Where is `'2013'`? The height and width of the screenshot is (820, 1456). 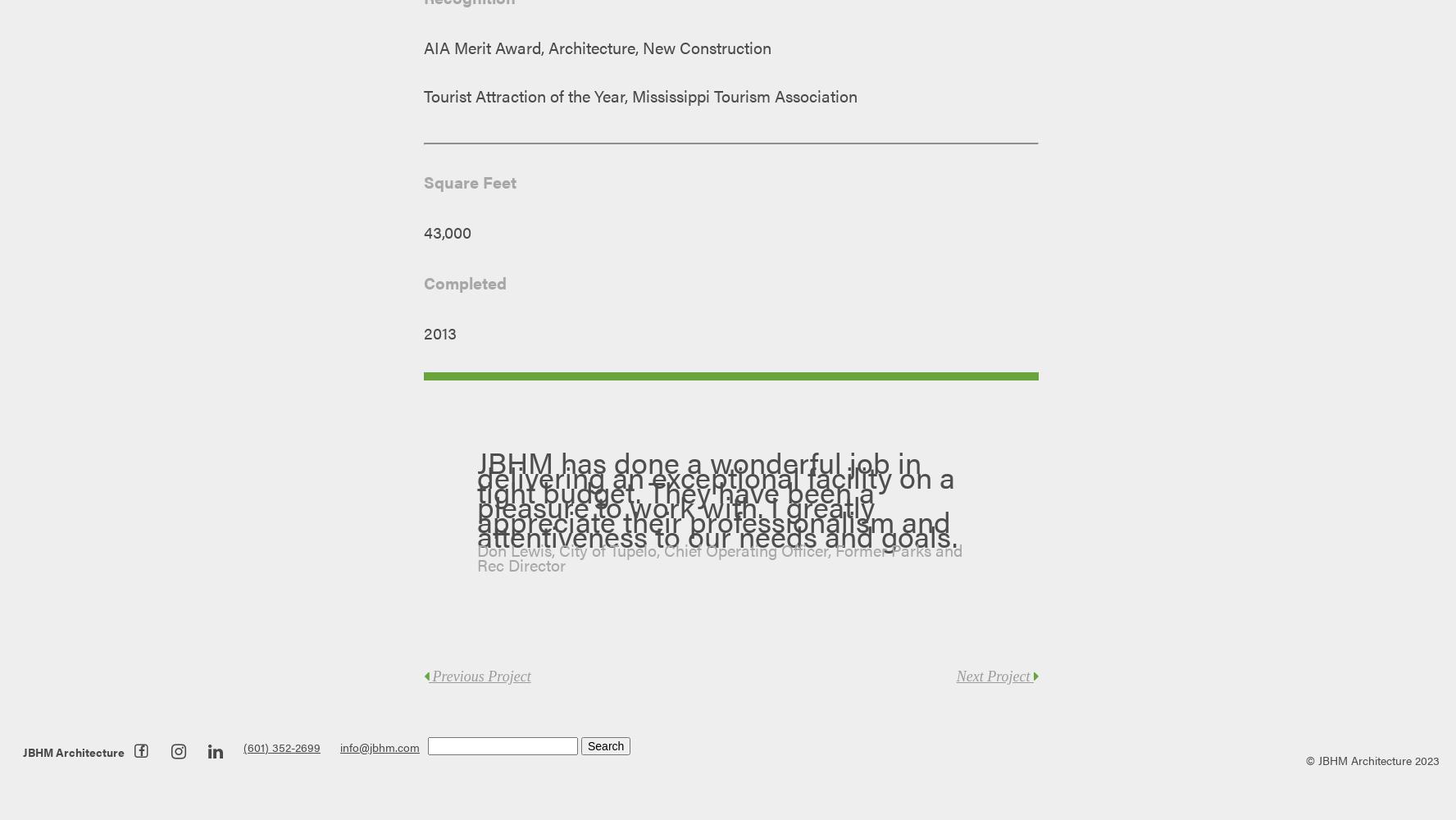 '2013' is located at coordinates (440, 333).